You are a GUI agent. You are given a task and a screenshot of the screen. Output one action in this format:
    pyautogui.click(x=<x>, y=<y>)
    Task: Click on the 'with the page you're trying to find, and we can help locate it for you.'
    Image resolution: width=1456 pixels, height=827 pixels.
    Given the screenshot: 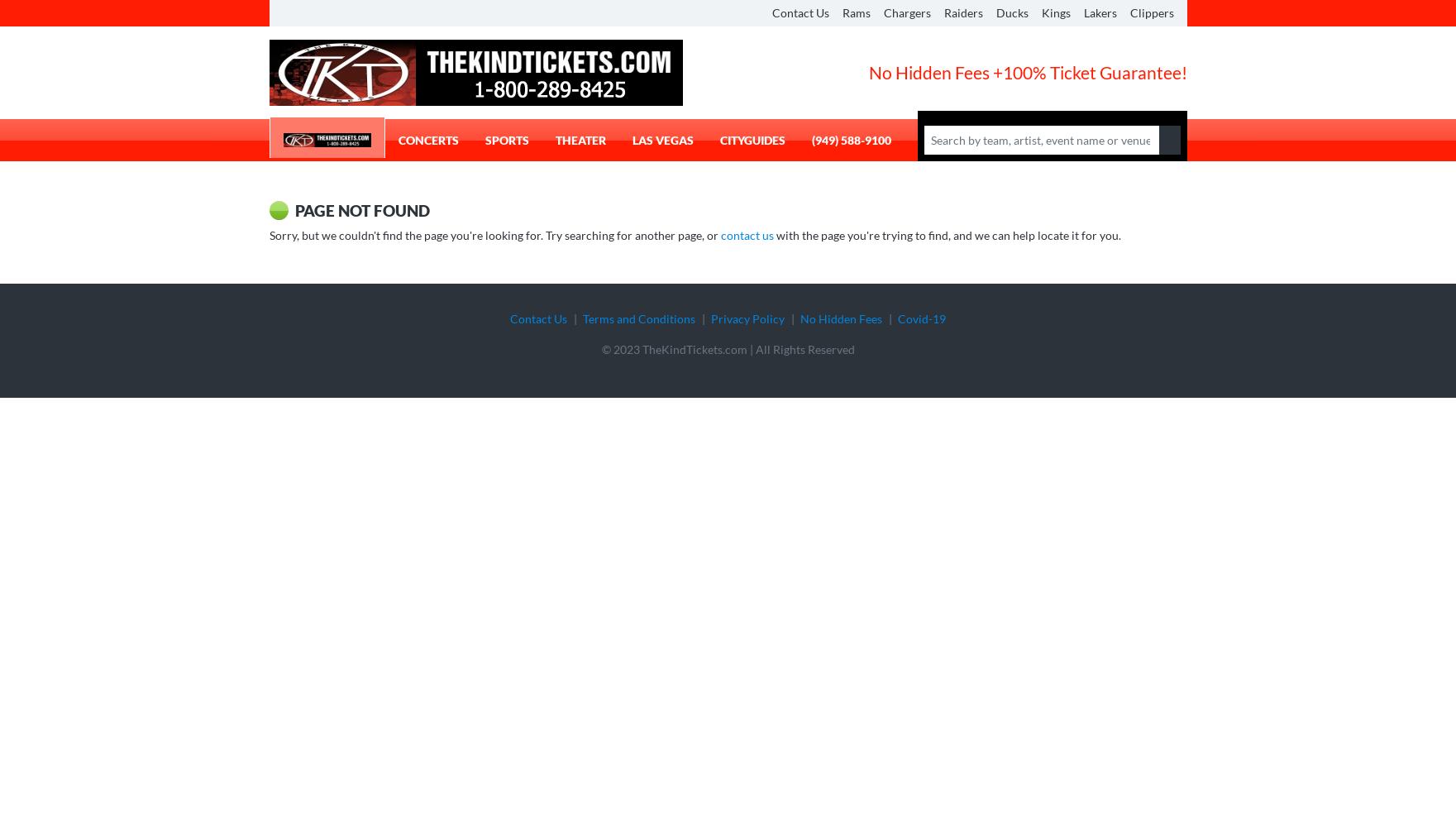 What is the action you would take?
    pyautogui.click(x=946, y=234)
    